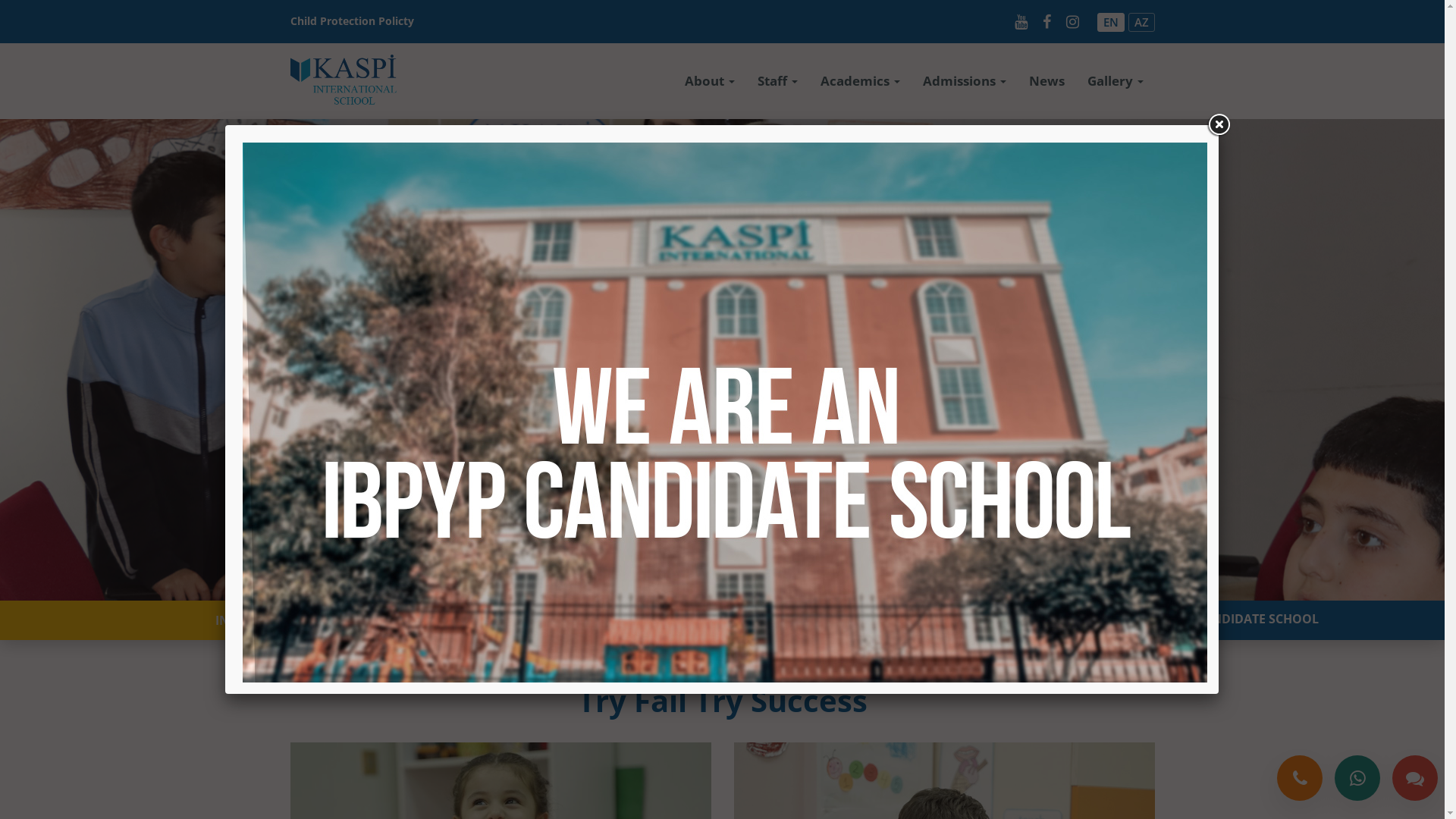  I want to click on 'Academics', so click(859, 81).